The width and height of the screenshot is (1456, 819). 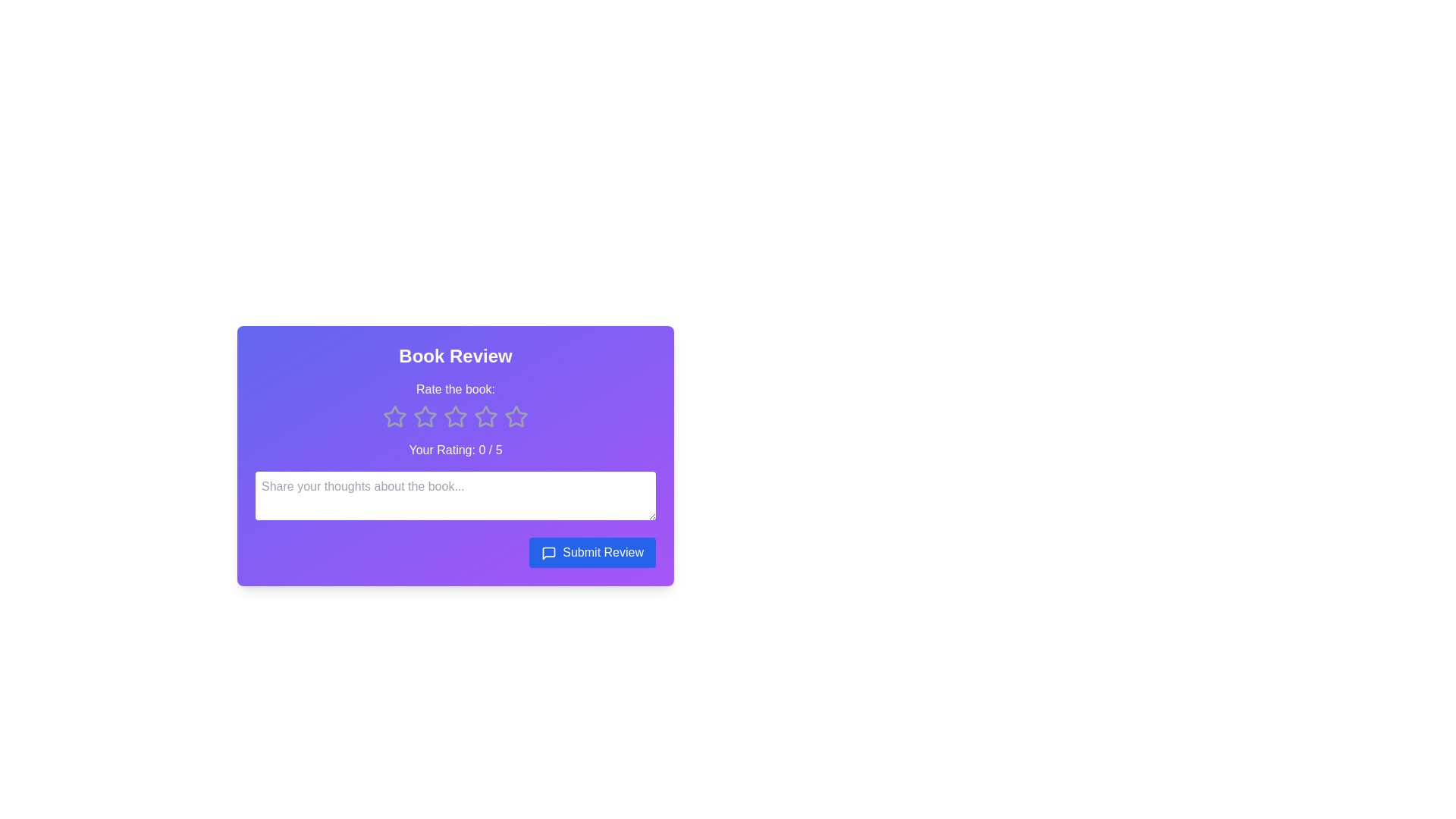 What do you see at coordinates (425, 417) in the screenshot?
I see `the book rating to 2 stars by clicking the corresponding star` at bounding box center [425, 417].